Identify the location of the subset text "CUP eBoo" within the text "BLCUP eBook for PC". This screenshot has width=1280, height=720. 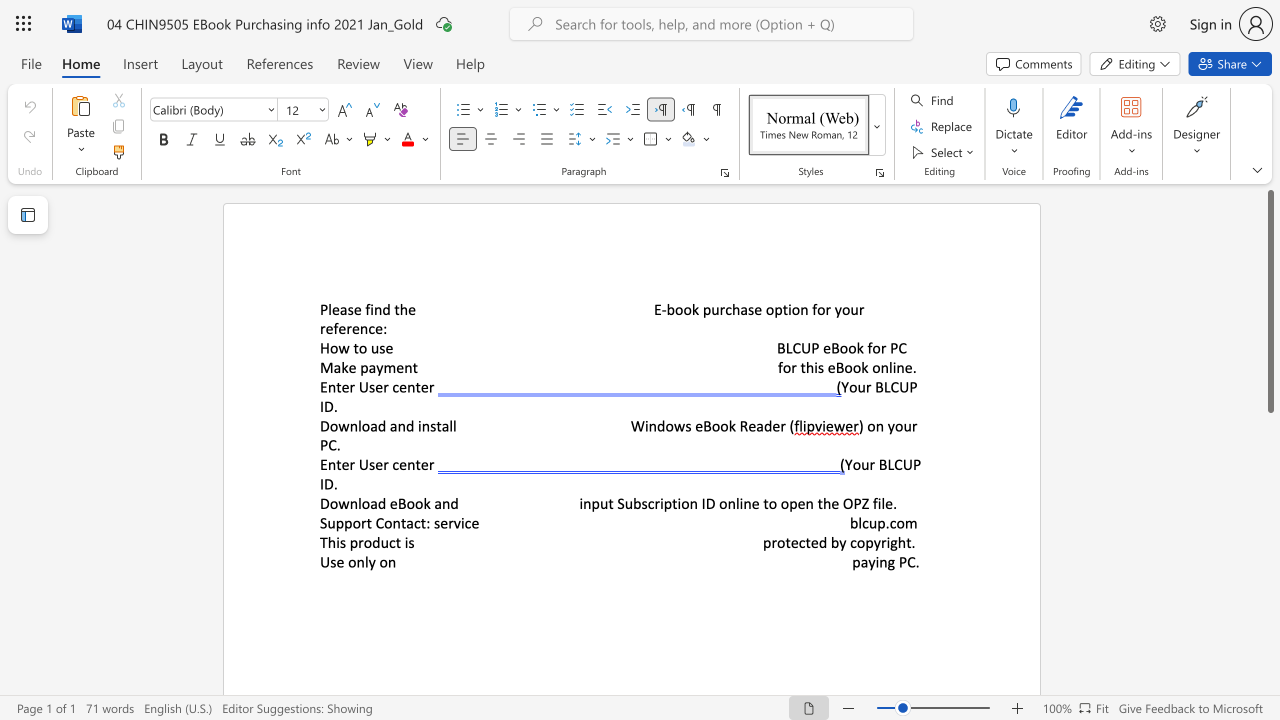
(791, 347).